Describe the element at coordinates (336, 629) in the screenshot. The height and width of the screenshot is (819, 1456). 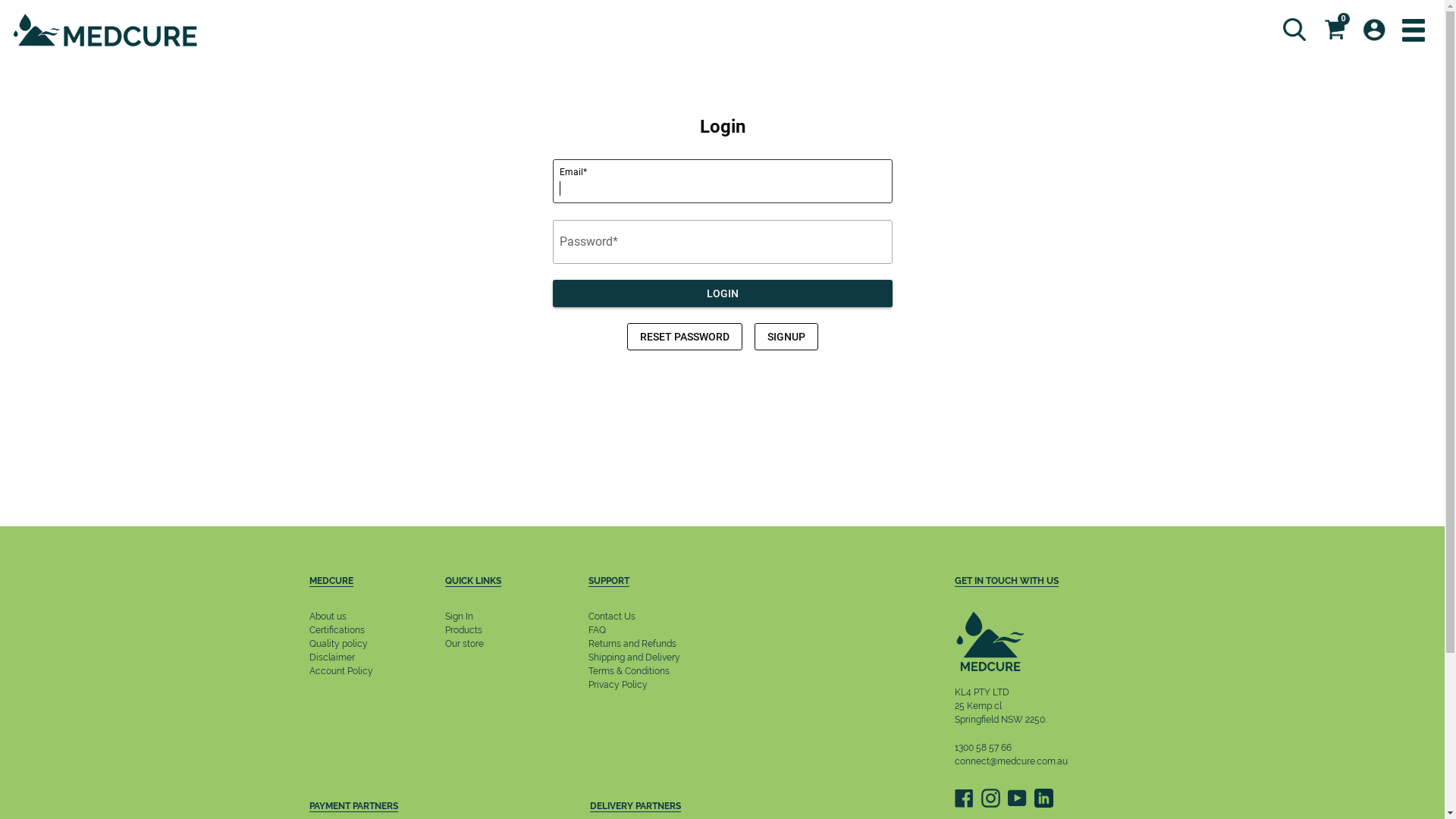
I see `'Certifications'` at that location.